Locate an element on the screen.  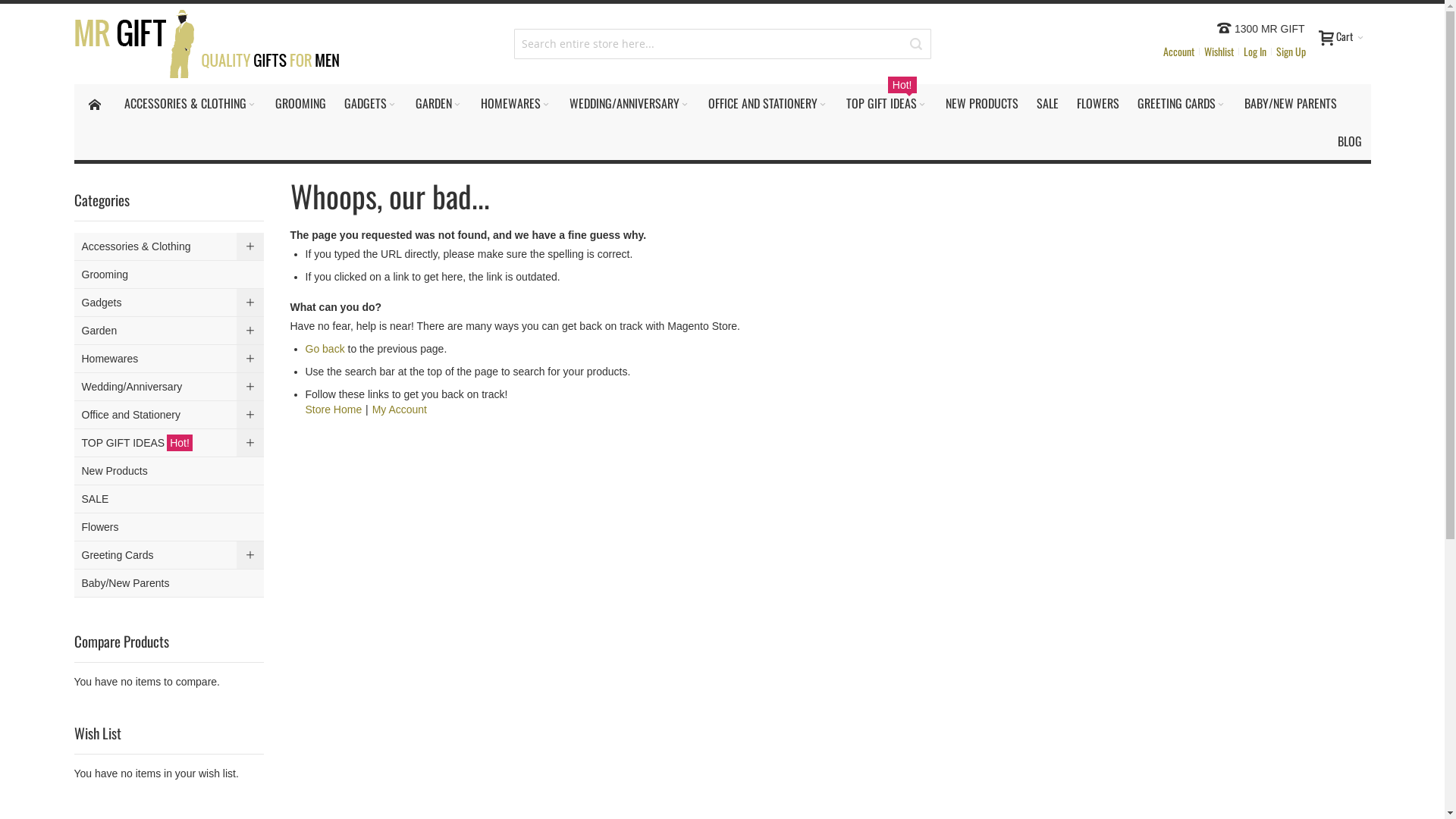
'Log In' is located at coordinates (1254, 51).